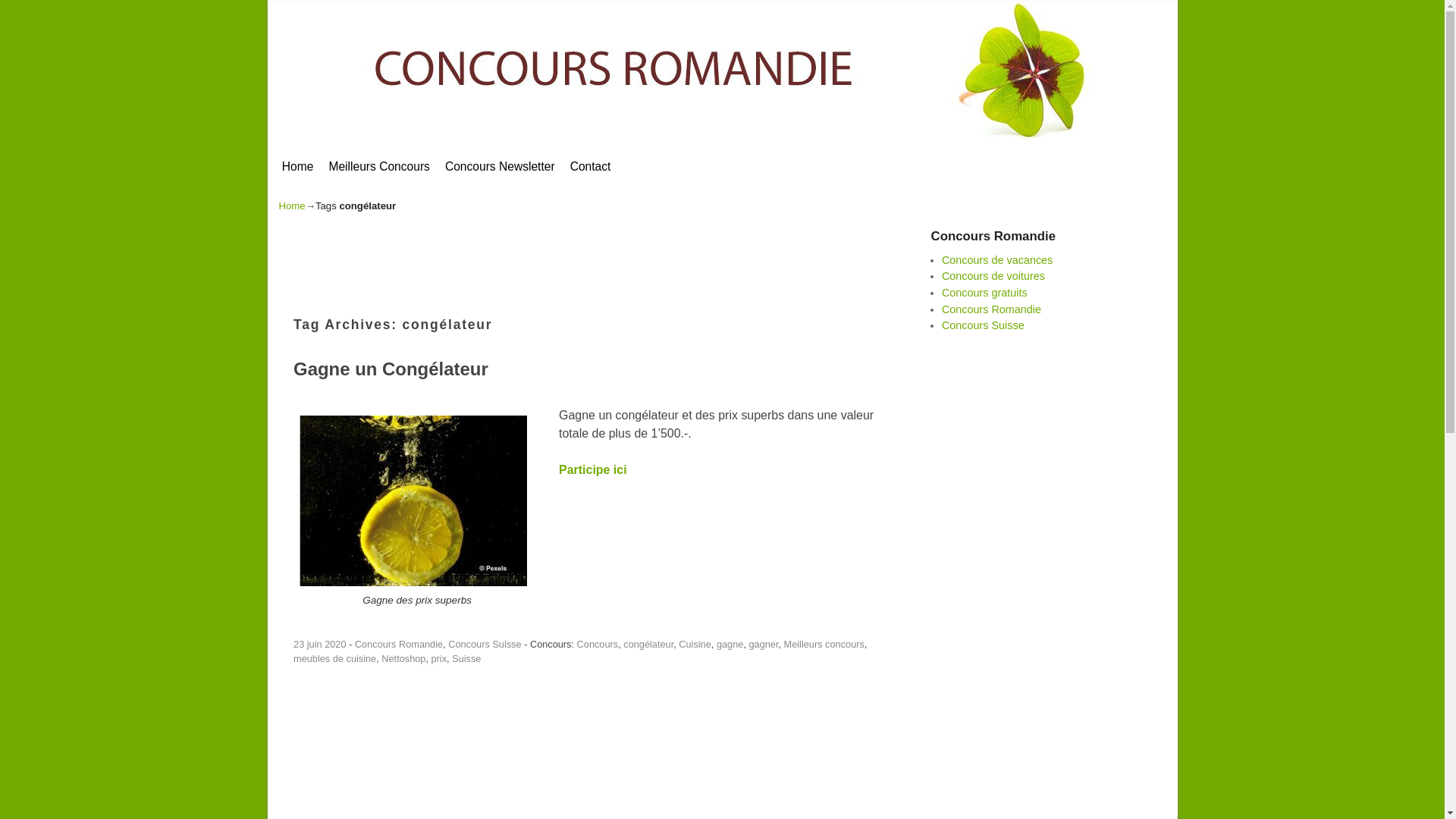  I want to click on 'meubles de cuisine', so click(334, 657).